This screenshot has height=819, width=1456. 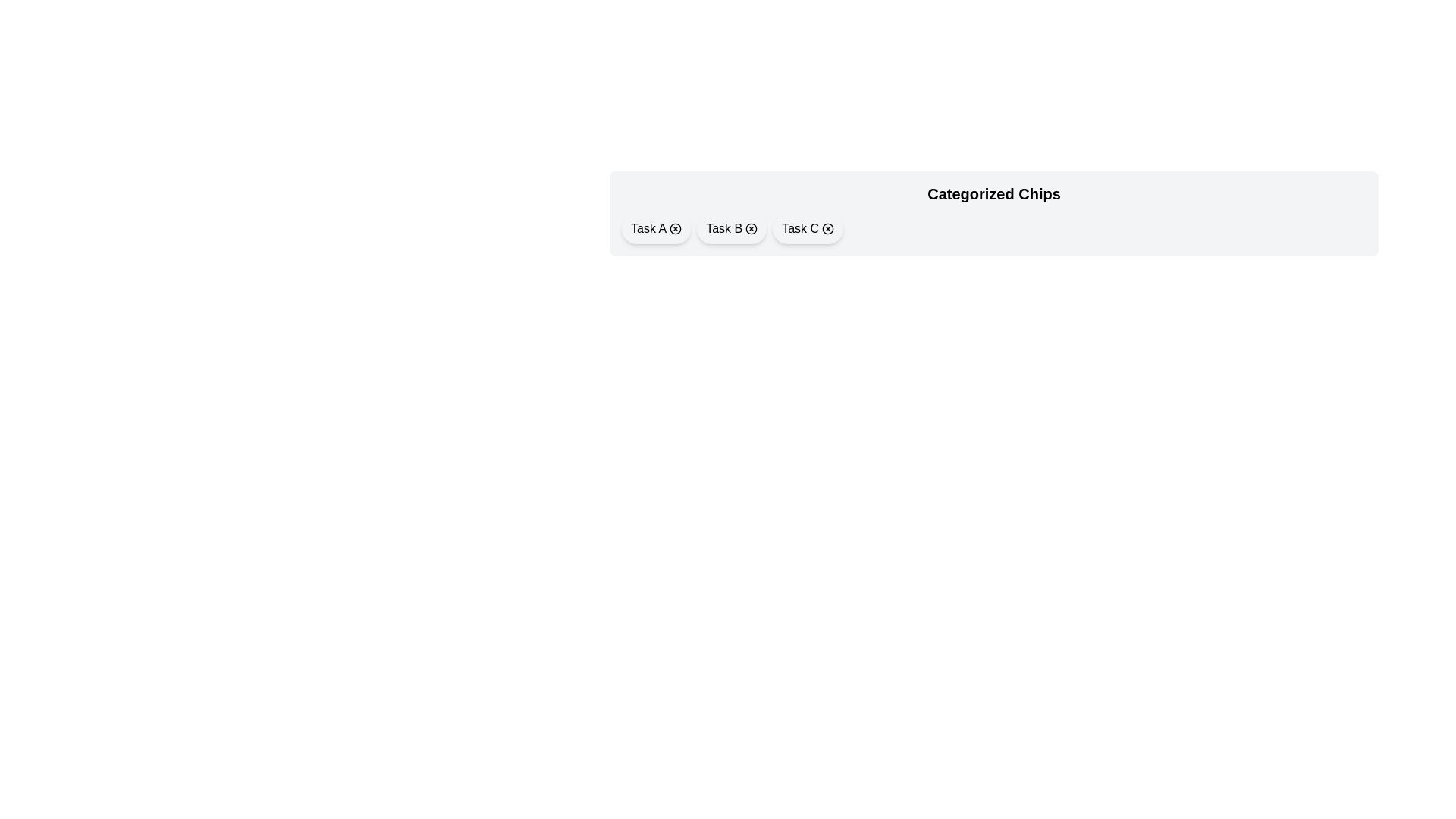 I want to click on the chip labeled Task C to observe its hover effect, so click(x=807, y=228).